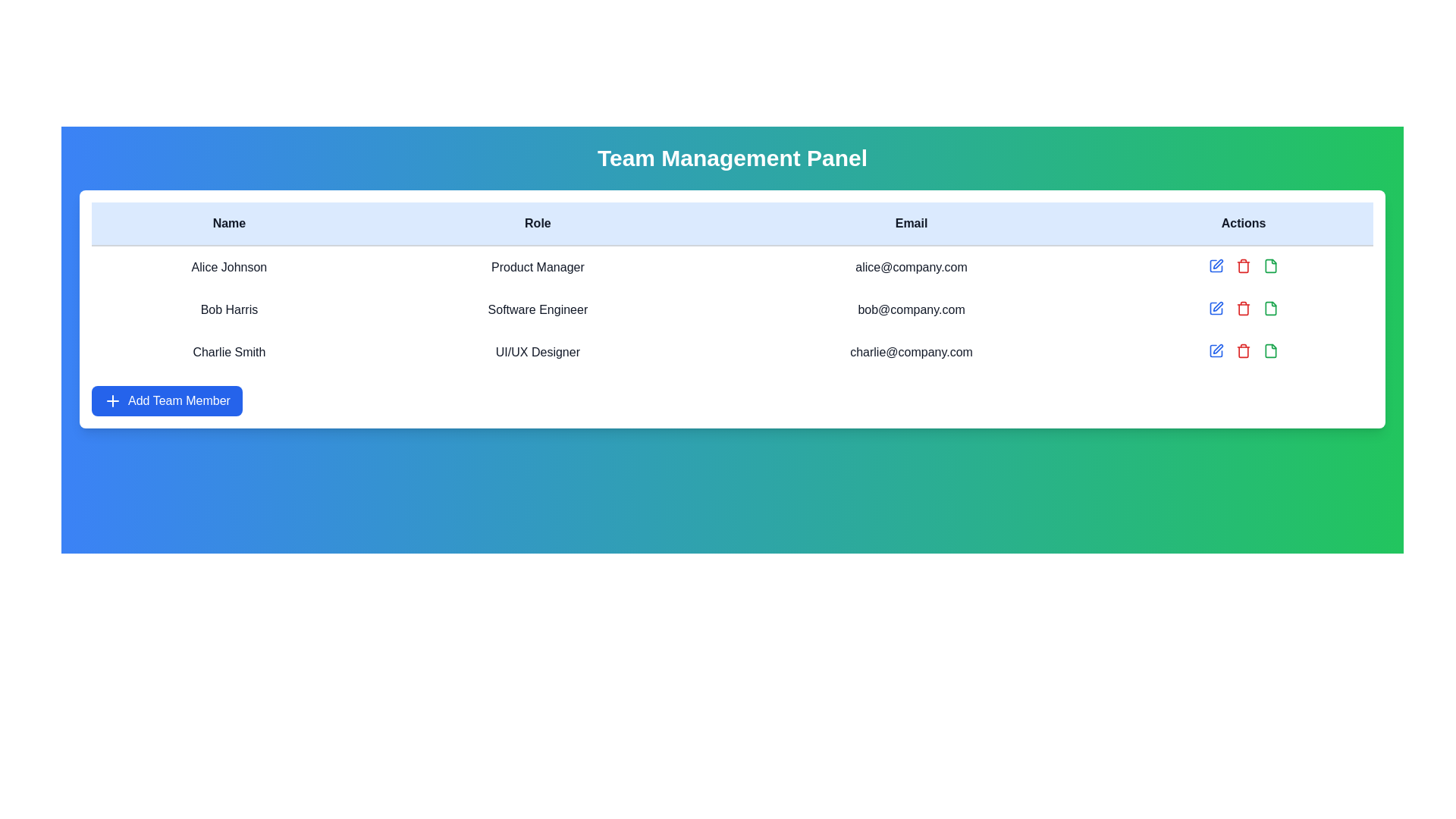 This screenshot has height=819, width=1456. What do you see at coordinates (1270, 350) in the screenshot?
I see `the rightmost action button in the row for 'Charlie Smith' in the table` at bounding box center [1270, 350].